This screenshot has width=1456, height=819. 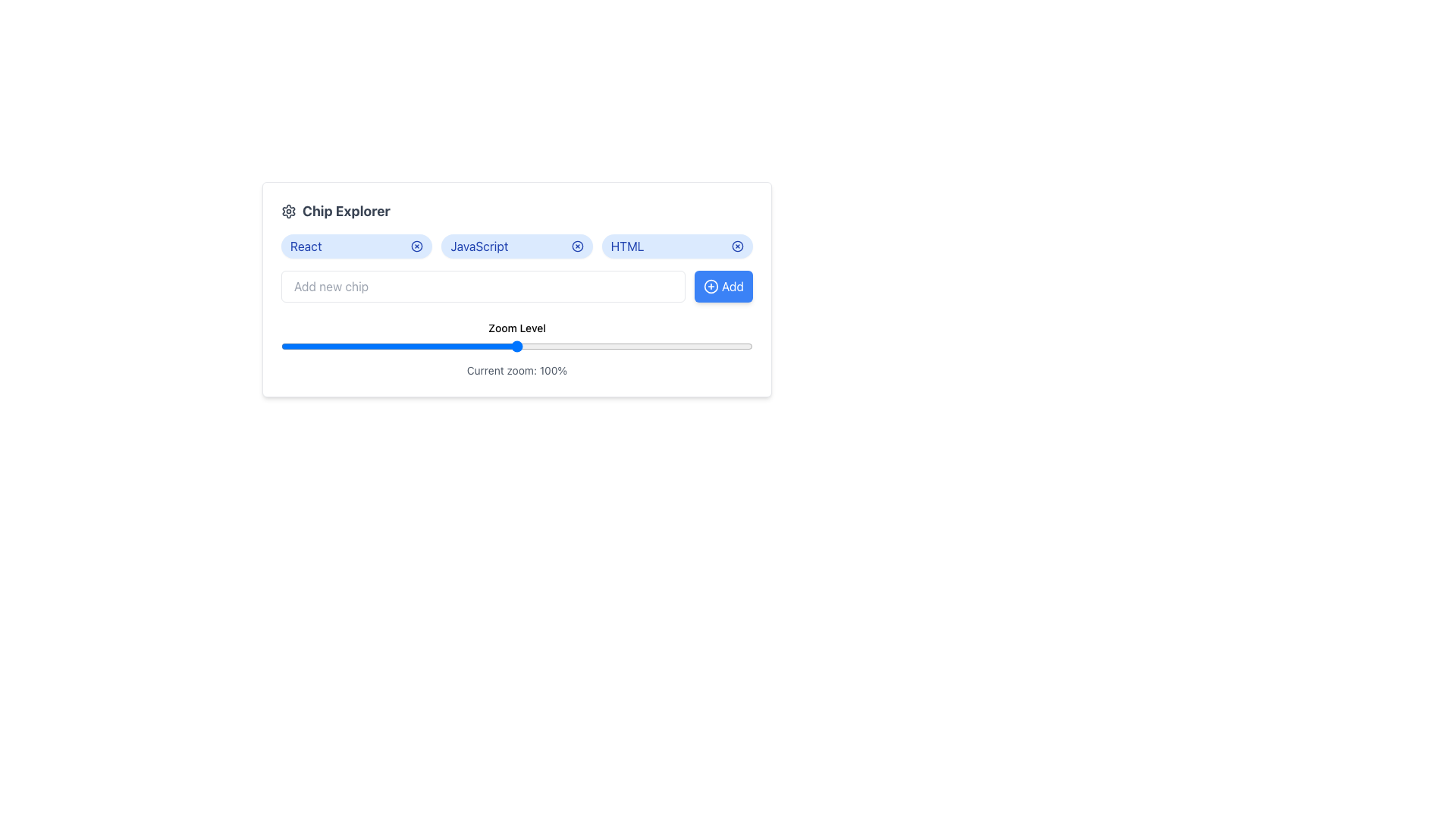 What do you see at coordinates (356, 245) in the screenshot?
I see `the first selectable chip labeled 'React' in the 'Chip Explorer' section` at bounding box center [356, 245].